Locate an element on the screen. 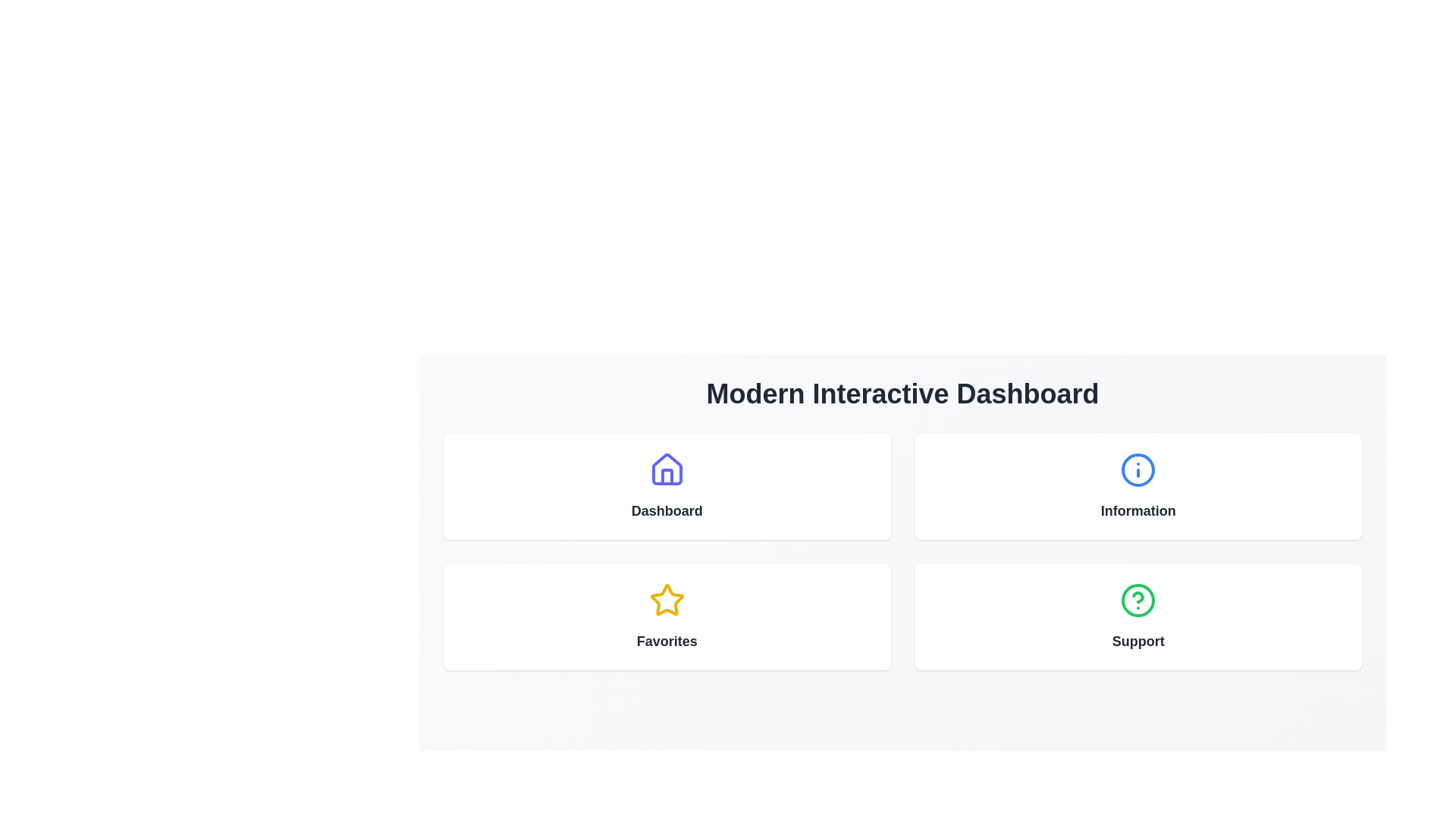  the circular green outlined SVG element with a question mark, located below the 'Information' section in the 'Support' card is located at coordinates (1138, 599).